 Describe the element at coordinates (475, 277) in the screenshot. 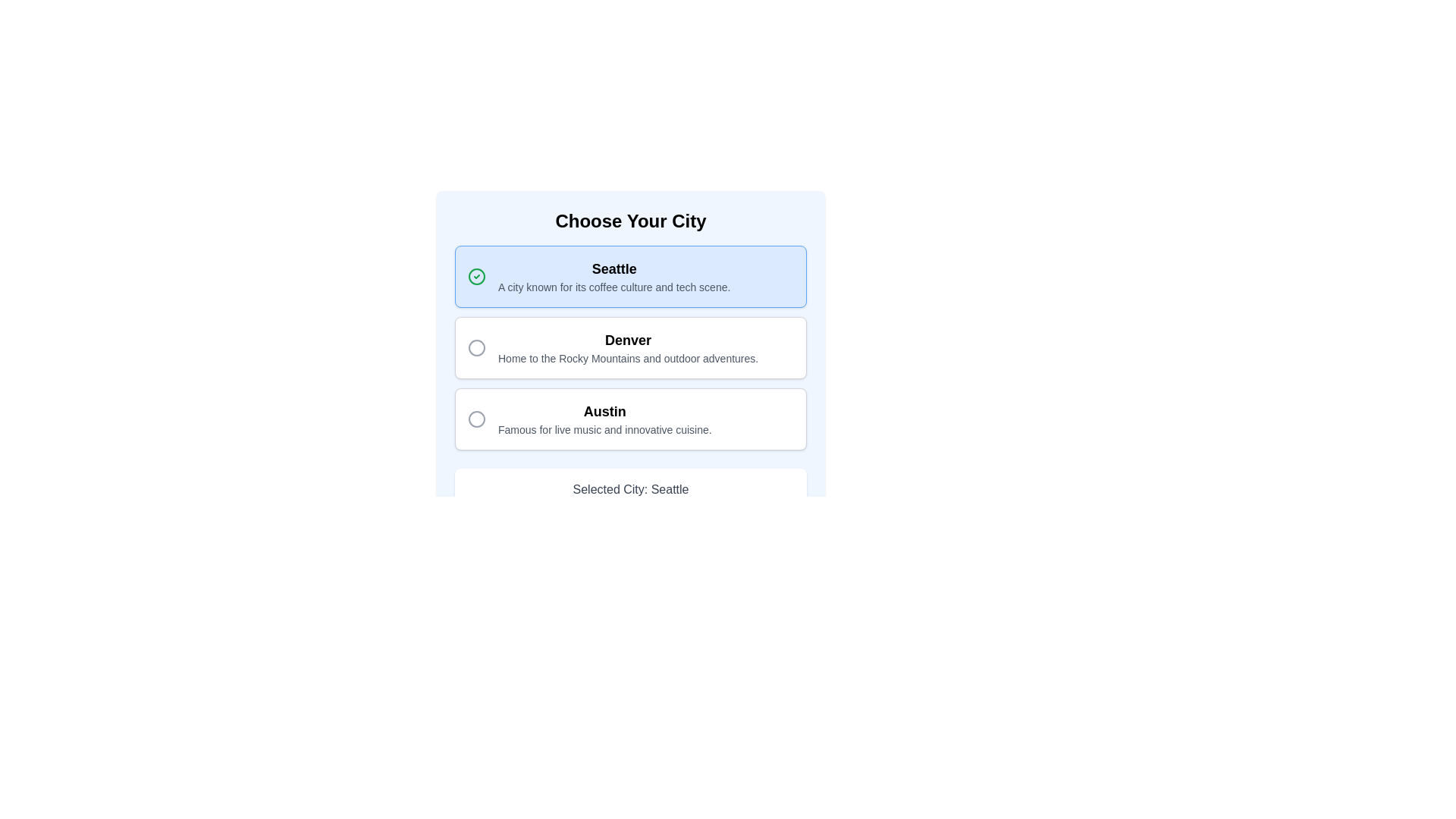

I see `green checkmark SVG circle element located next to the label 'Seattle' within the selection interface` at that location.